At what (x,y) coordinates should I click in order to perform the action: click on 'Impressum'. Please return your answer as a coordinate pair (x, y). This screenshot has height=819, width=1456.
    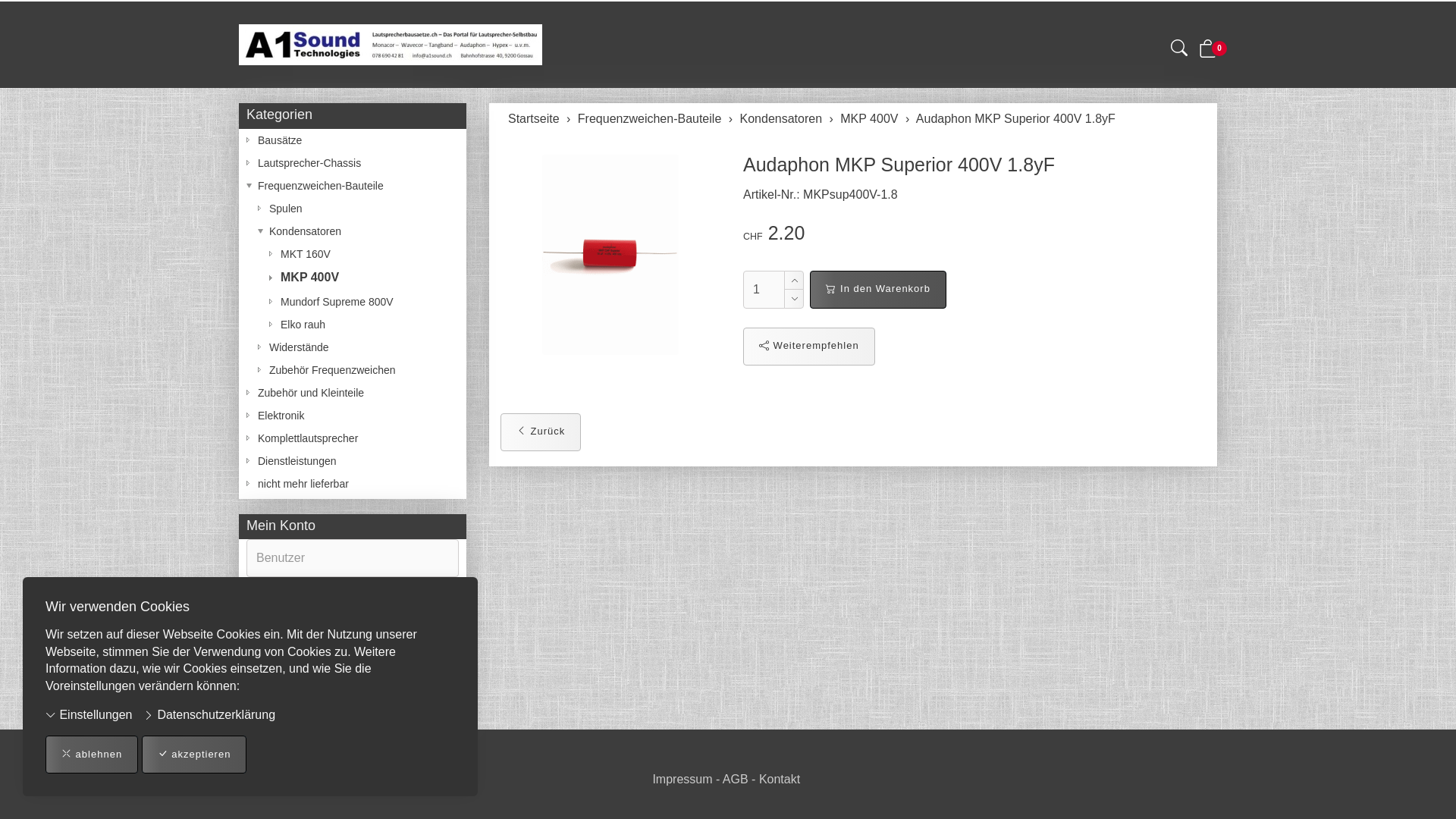
    Looking at the image, I should click on (681, 779).